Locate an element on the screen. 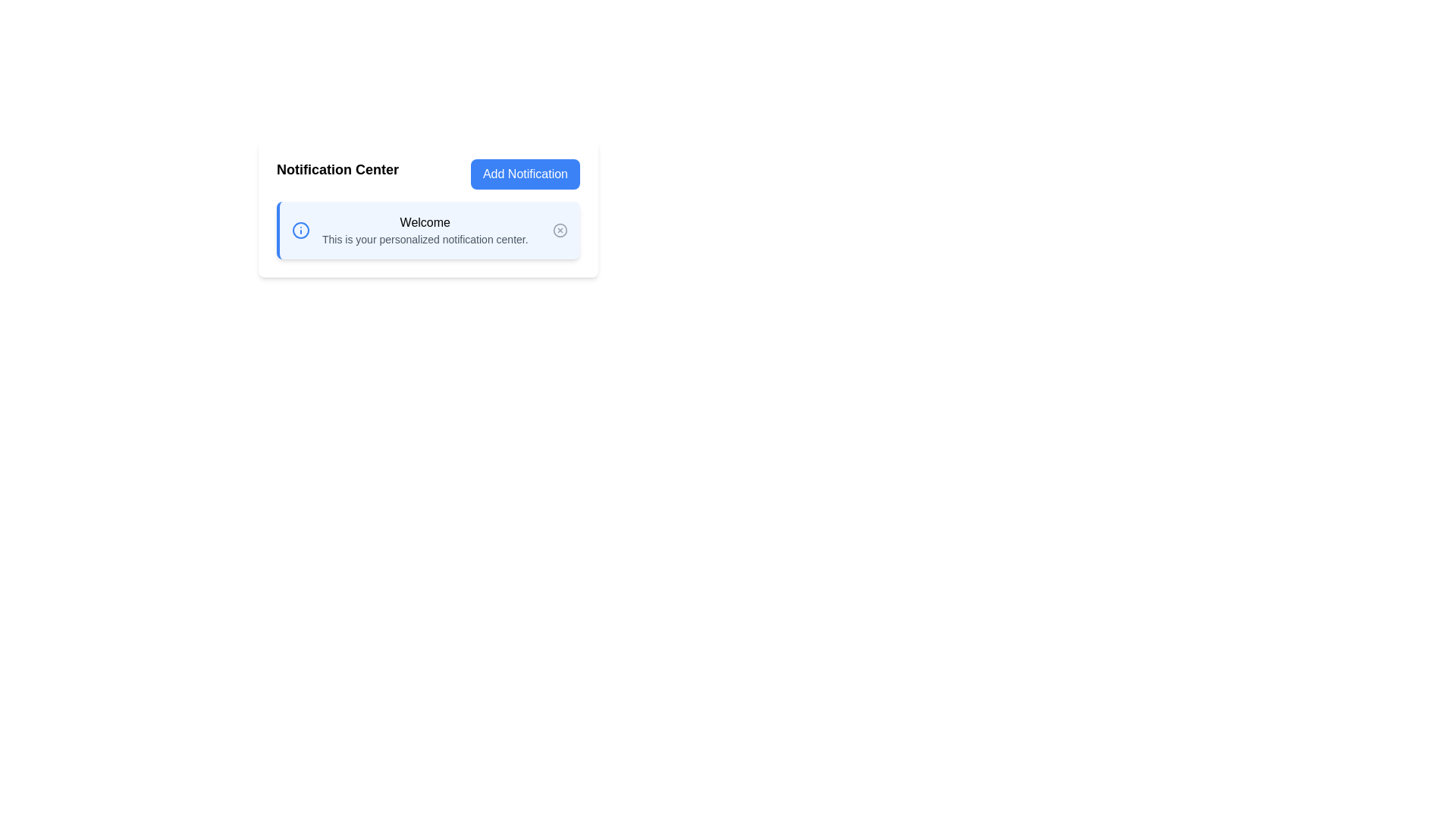 The width and height of the screenshot is (1456, 819). the information icon located at the left side of the 'Welcome' notification box, which indicates that the associated content provides informational details is located at coordinates (301, 231).